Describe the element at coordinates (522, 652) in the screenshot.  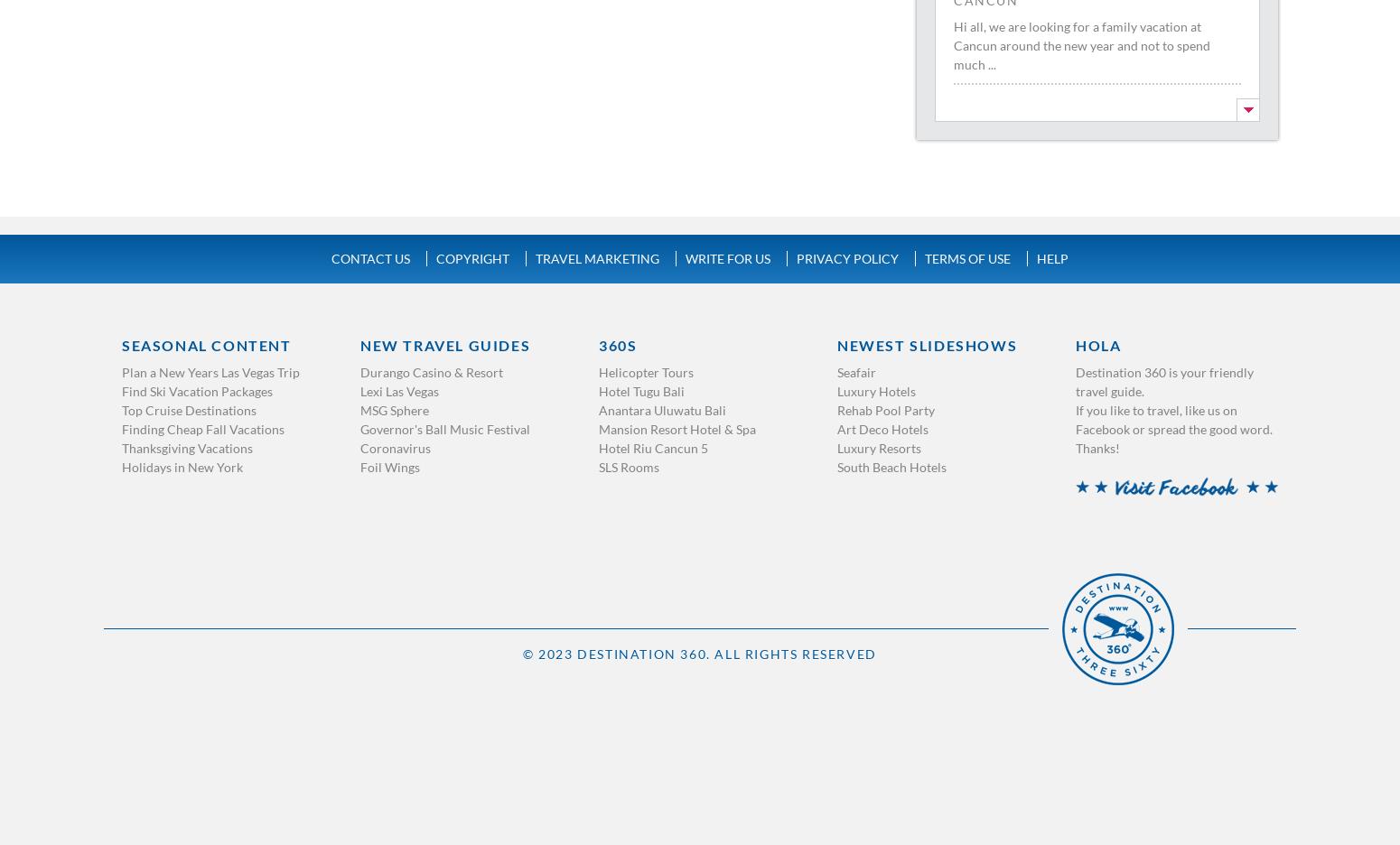
I see `'©
2023
Destination 360. All Rights Reserved'` at that location.